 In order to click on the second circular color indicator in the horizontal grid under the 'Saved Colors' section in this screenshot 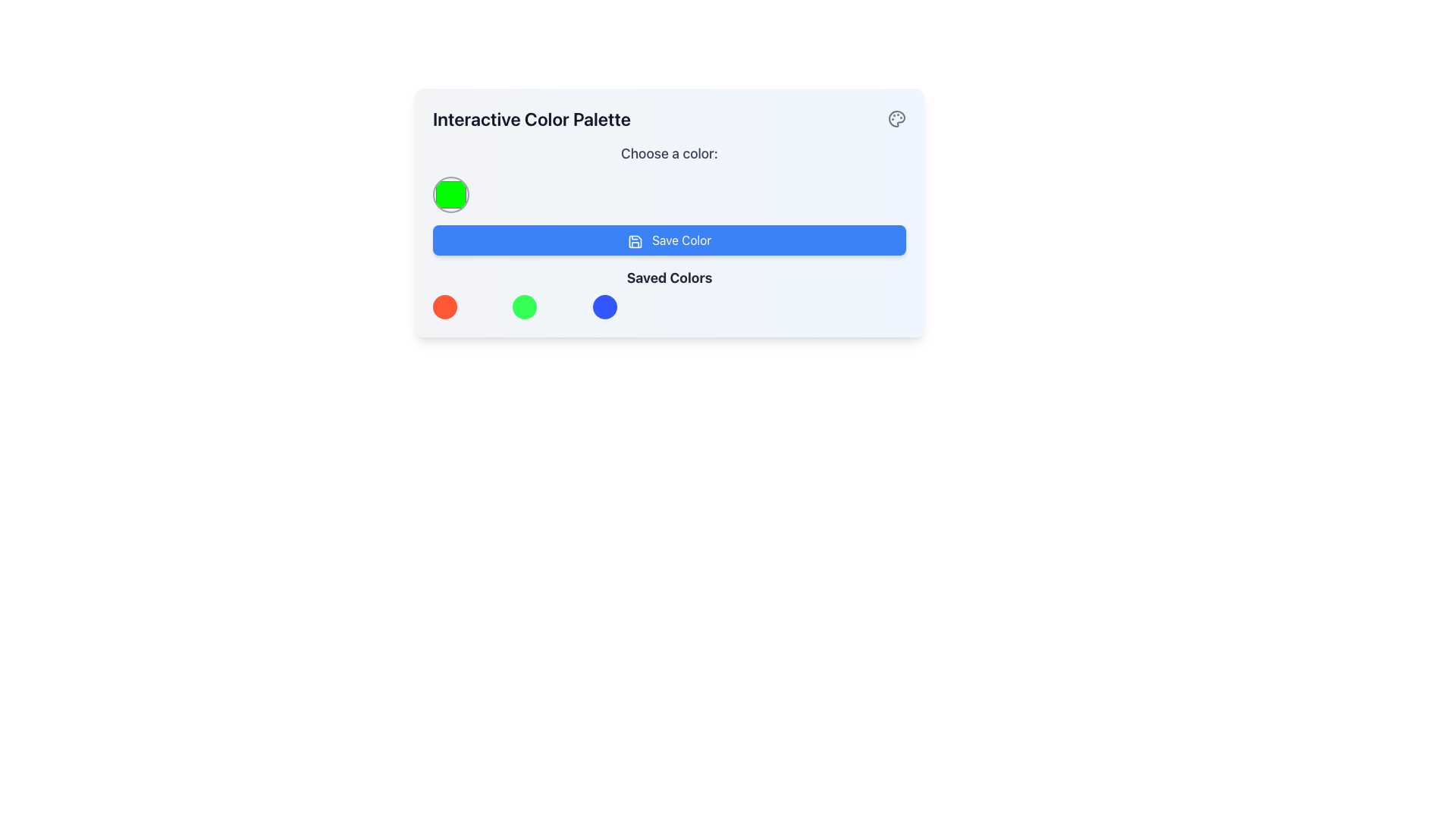, I will do `click(525, 307)`.